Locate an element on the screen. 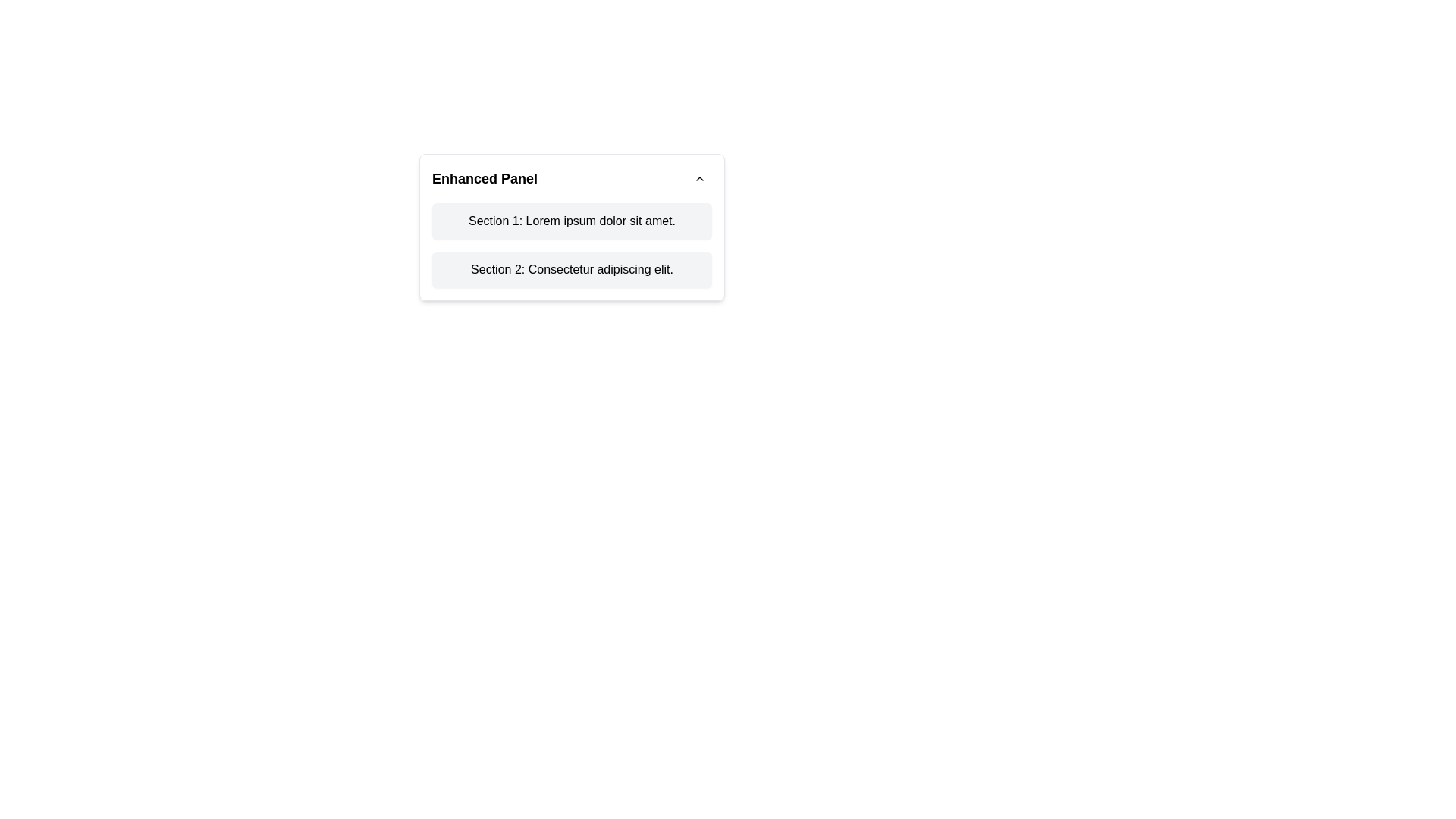  the icon within the button in the top-right corner of the 'Enhanced Panel' is located at coordinates (698, 177).